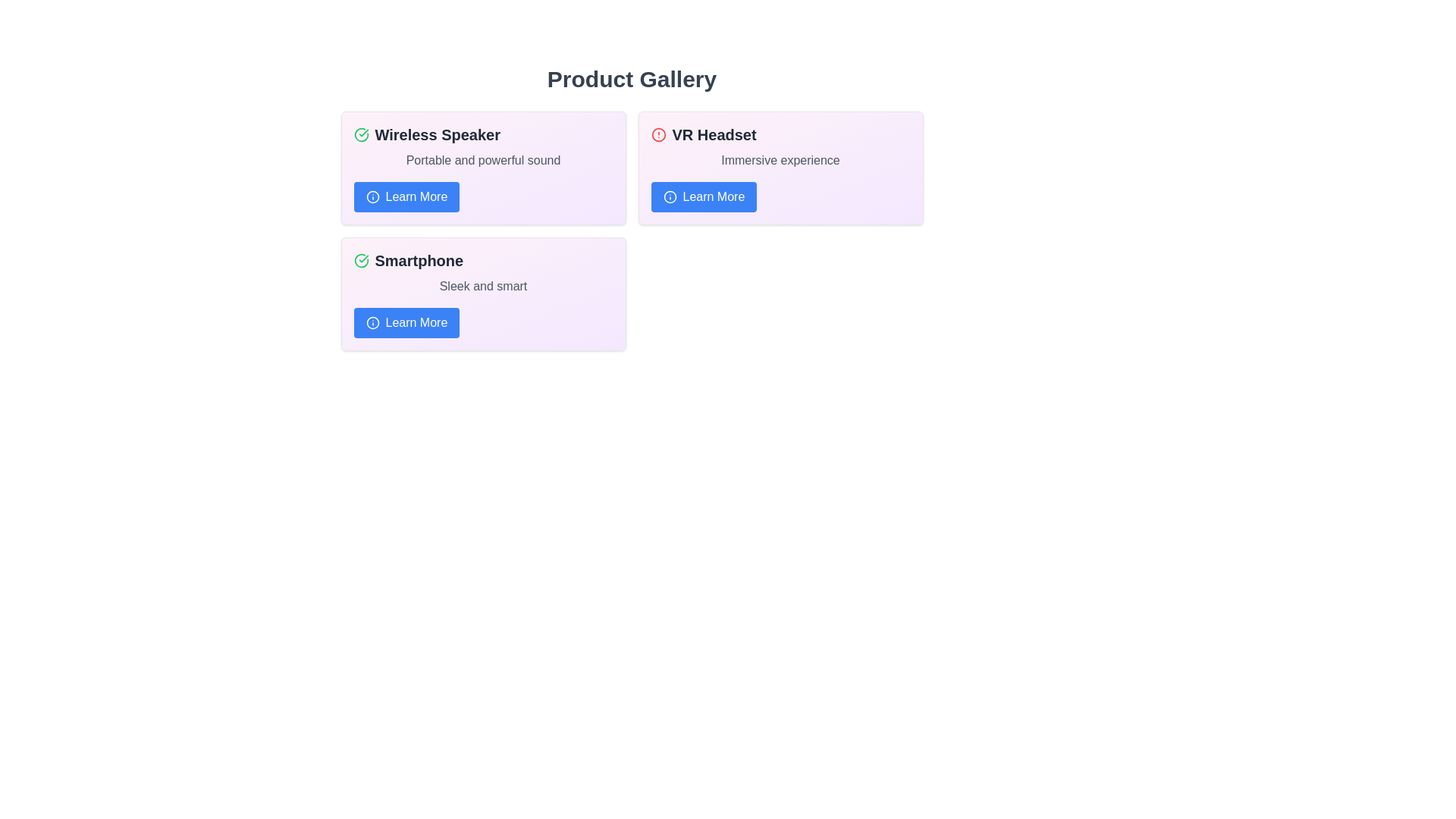  Describe the element at coordinates (406, 322) in the screenshot. I see `the 'Learn More' button for the Smartphone product` at that location.